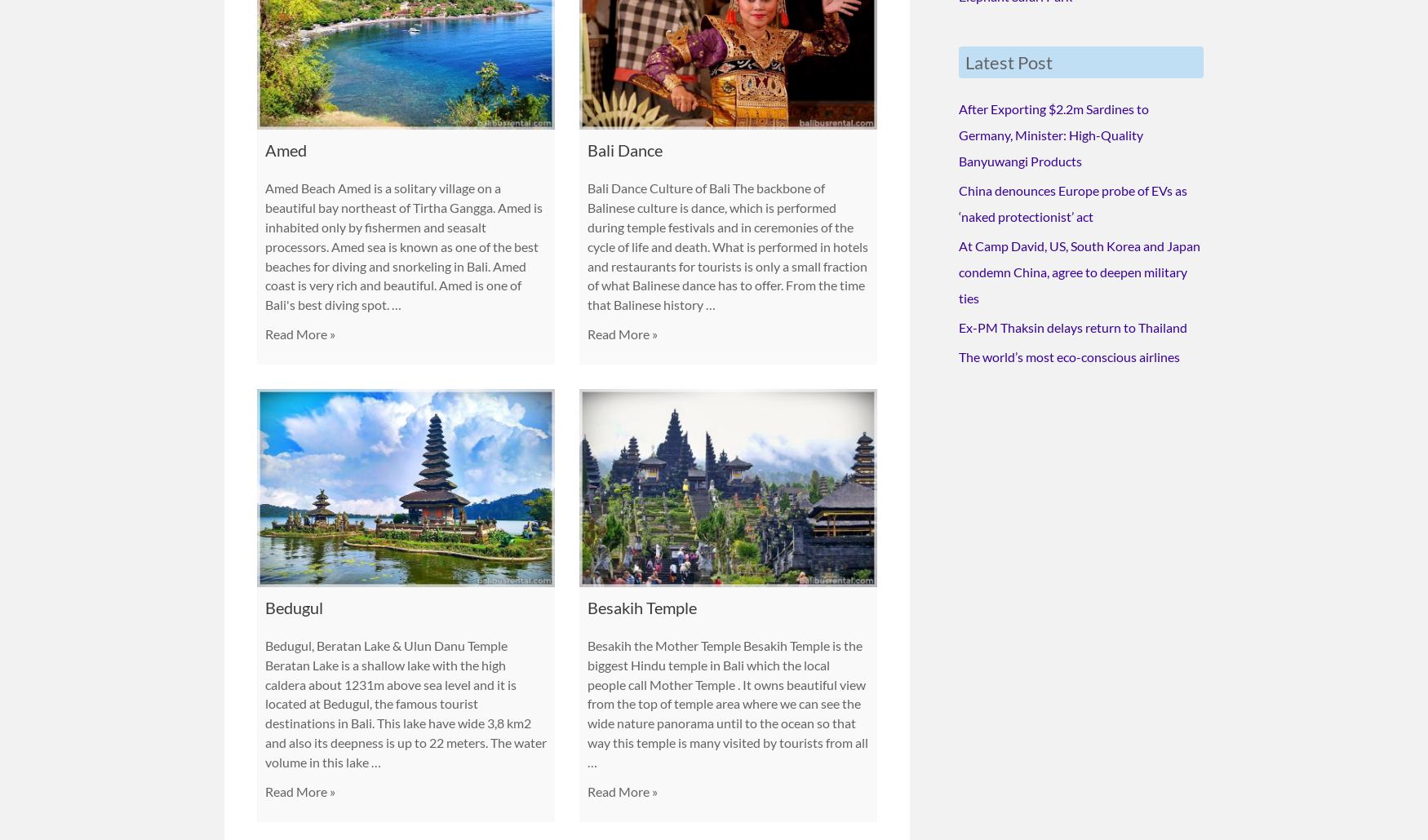  Describe the element at coordinates (264, 245) in the screenshot. I see `'Amed Beach Amed is a solitary village on a beautiful bay northeast of Tirtha Gangga. Amed is inhabited only by fishermen and seasalt processors. Amed sea is known as one of the best beaches for diving and snorkeling in Bali. Amed coast is very rich and beautiful. Amed is one of Bali's best diving spot. …'` at that location.